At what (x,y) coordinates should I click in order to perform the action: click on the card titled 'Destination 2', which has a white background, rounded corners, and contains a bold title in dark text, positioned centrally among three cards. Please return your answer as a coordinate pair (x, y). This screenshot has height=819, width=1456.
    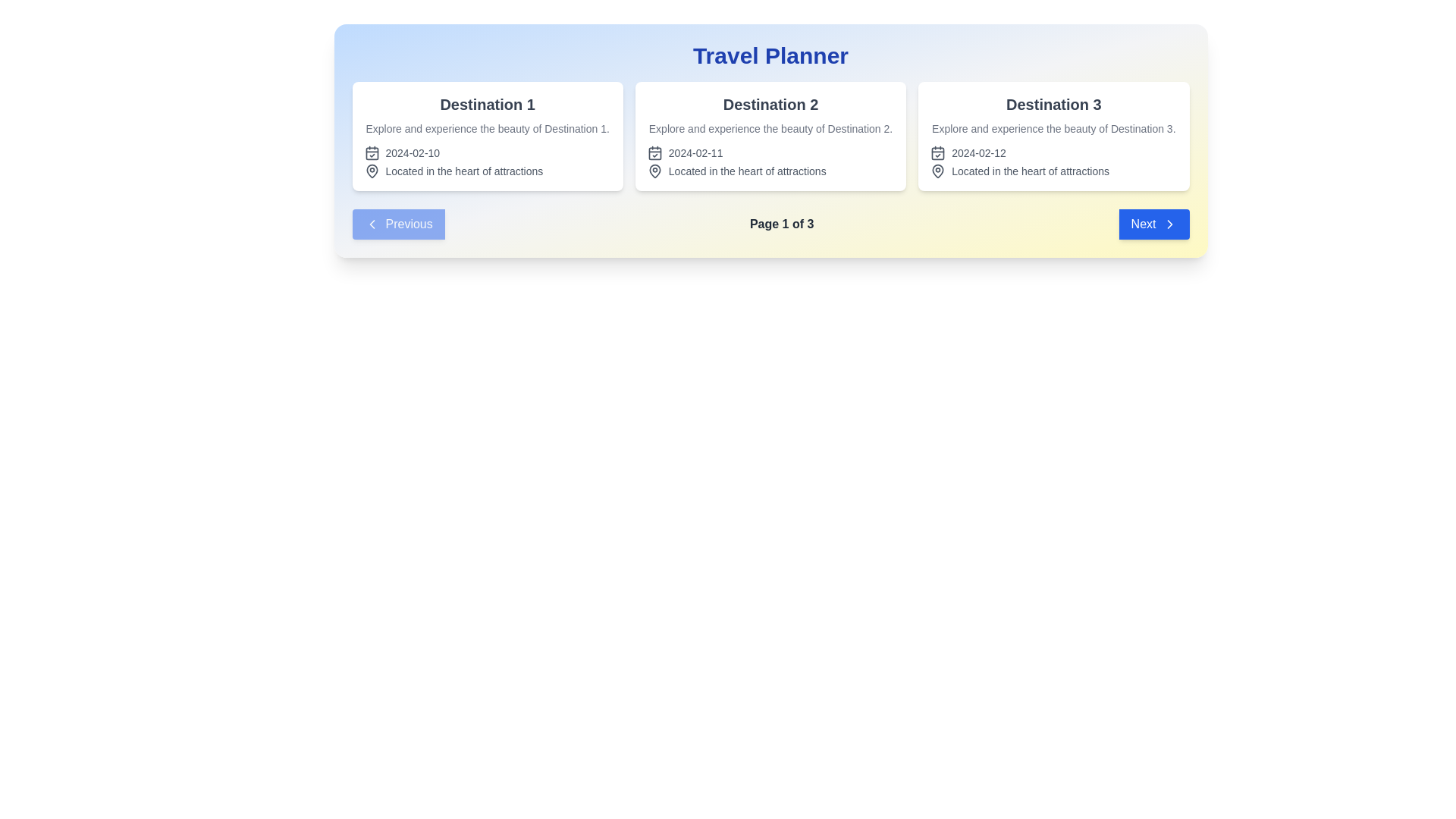
    Looking at the image, I should click on (770, 136).